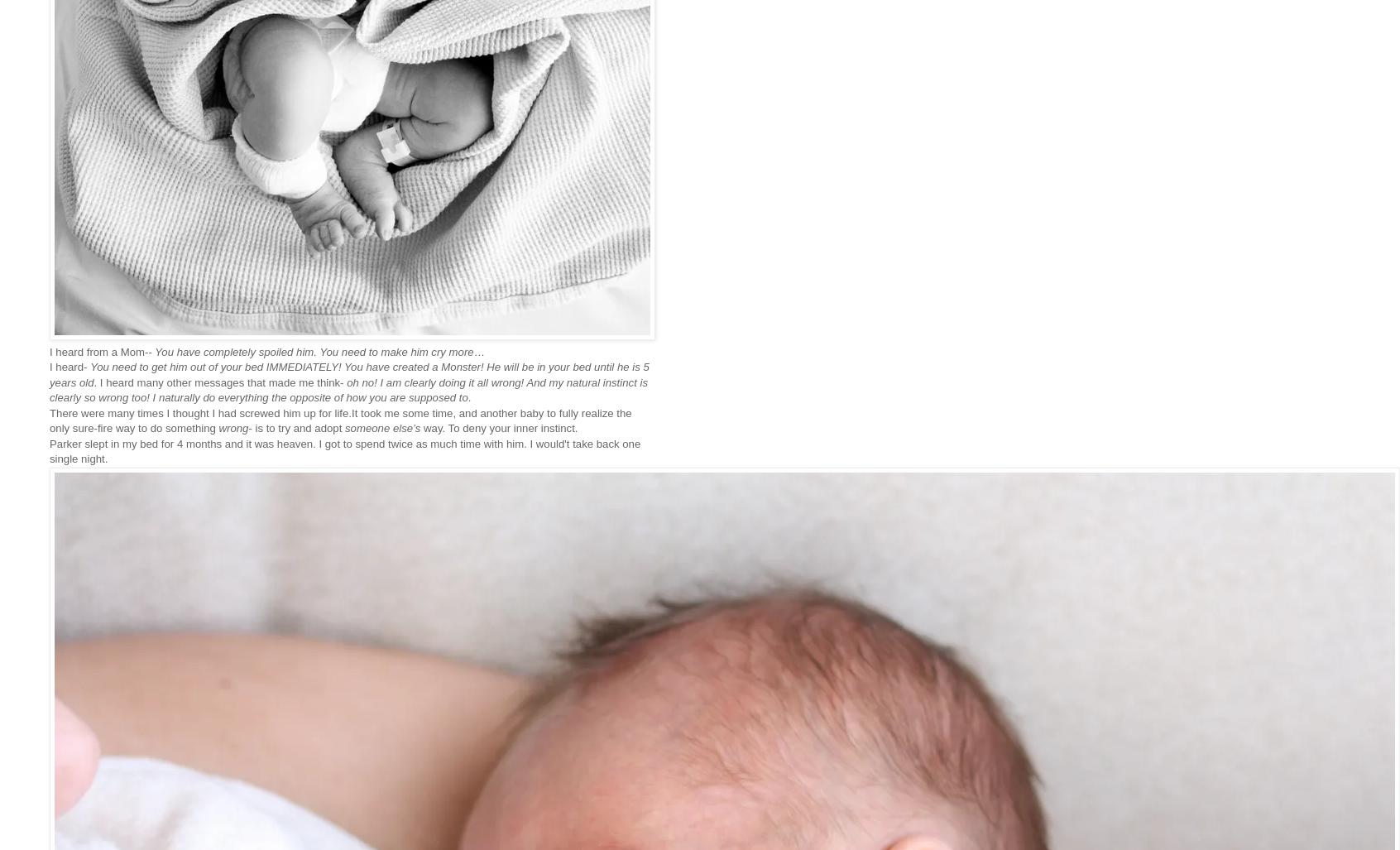  I want to click on 'wrong', so click(233, 427).